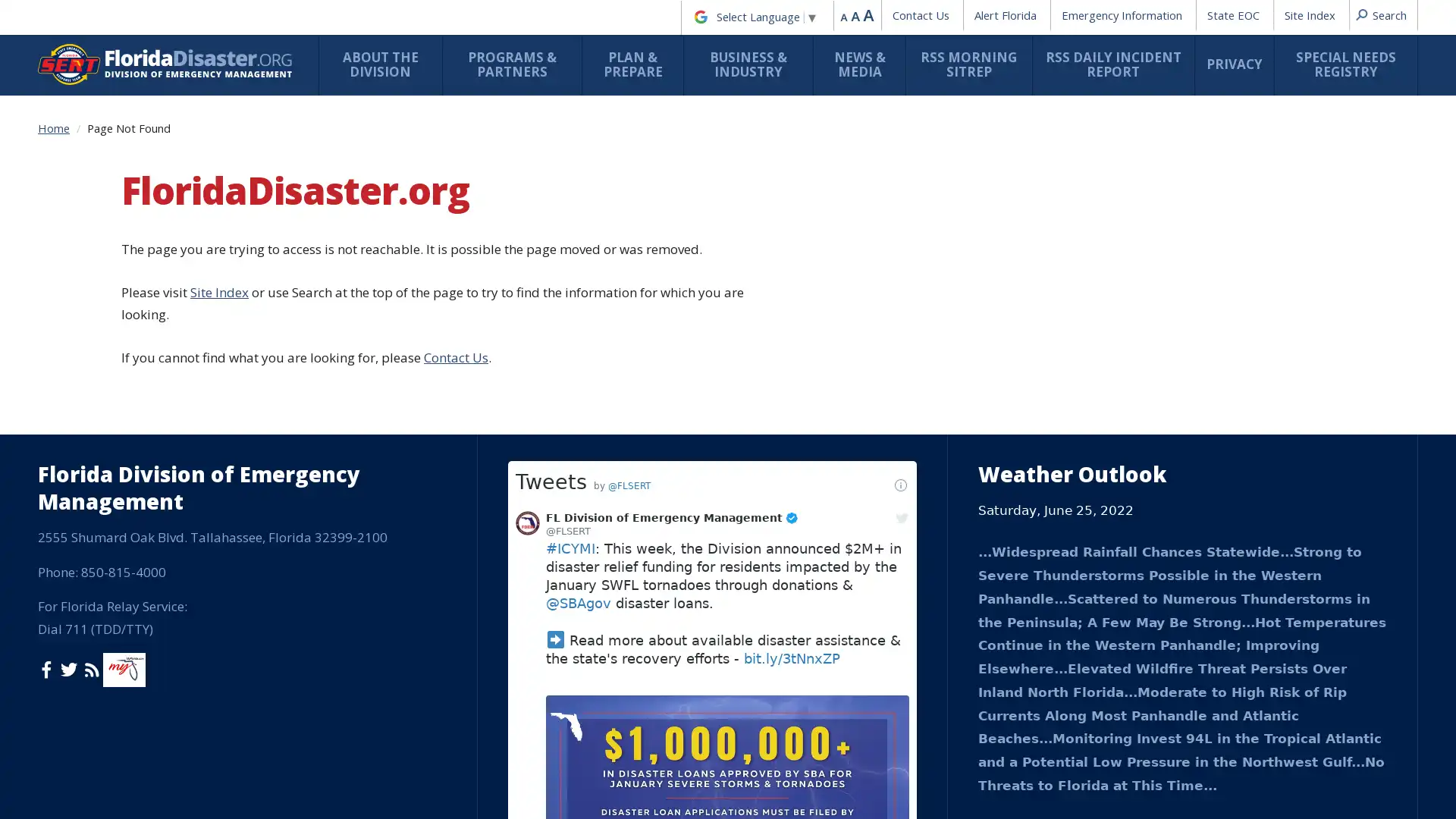 The width and height of the screenshot is (1456, 819). I want to click on Toggle More, so click(607, 602).